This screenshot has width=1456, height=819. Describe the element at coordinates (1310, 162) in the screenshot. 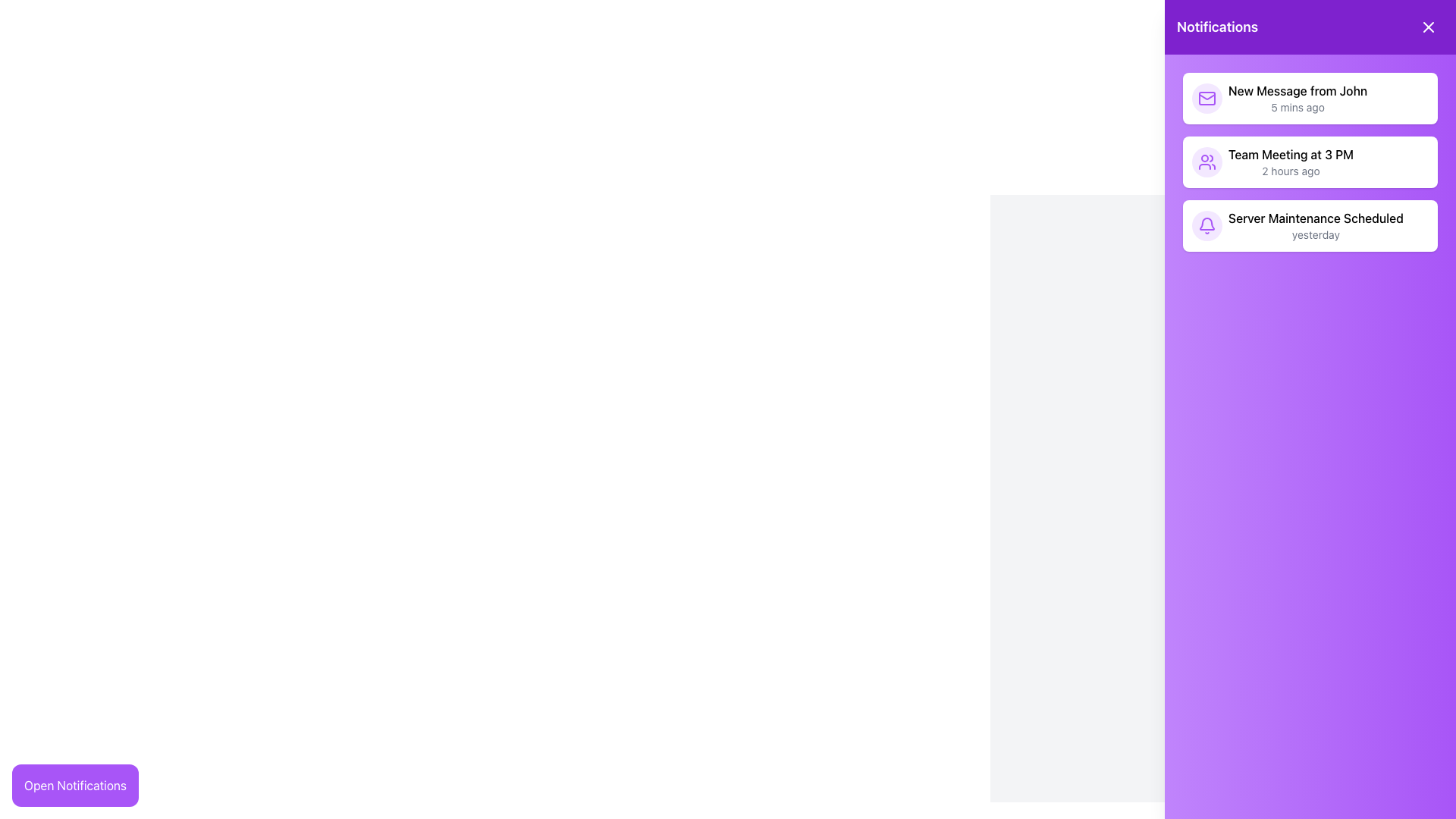

I see `the second notification entry titled 'Team Meeting at 3 PM' to interact with it` at that location.